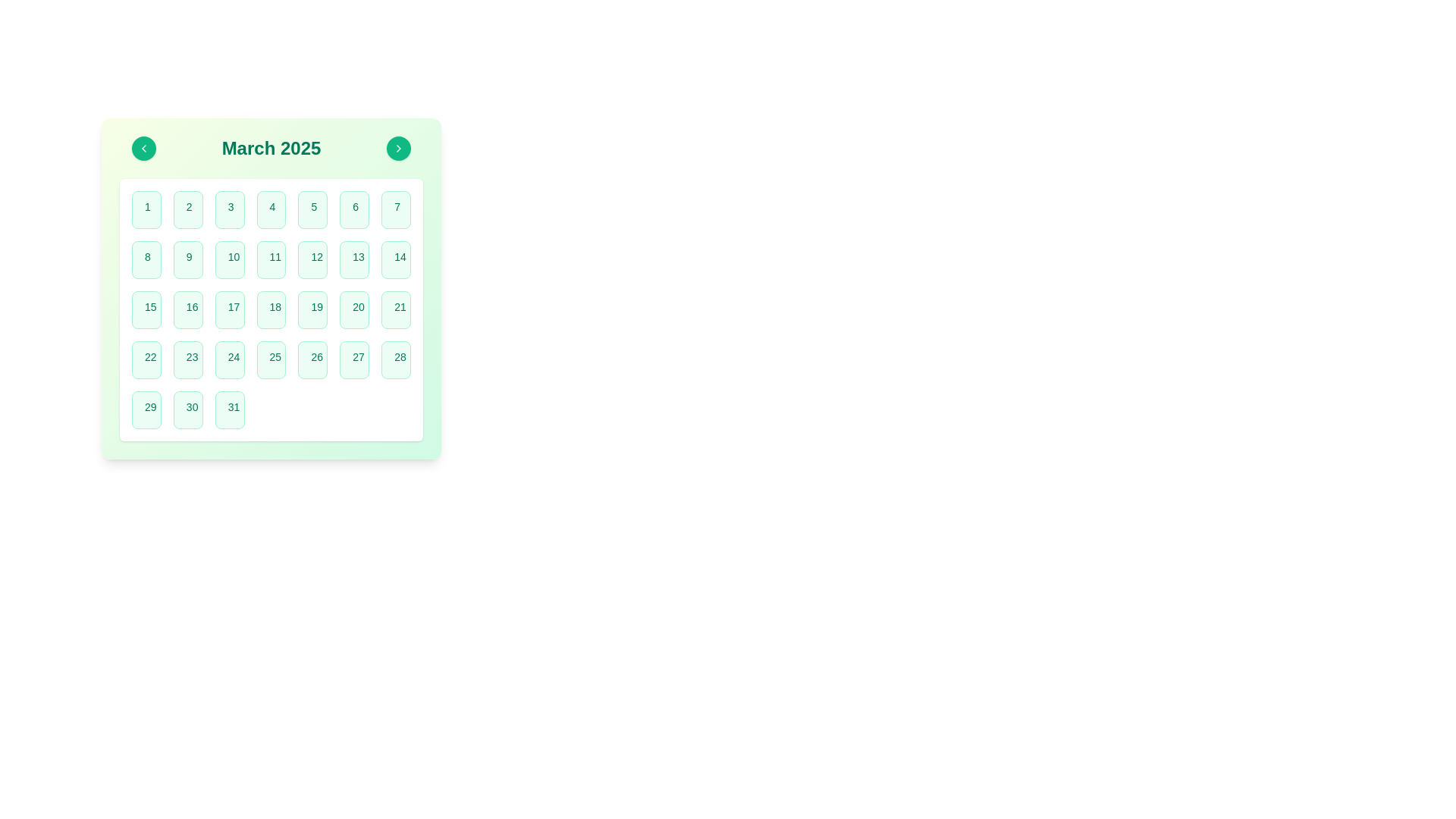 The height and width of the screenshot is (819, 1456). I want to click on the numerical text '1' in the top-left cell of the March 2025 calendar grid, so click(147, 207).